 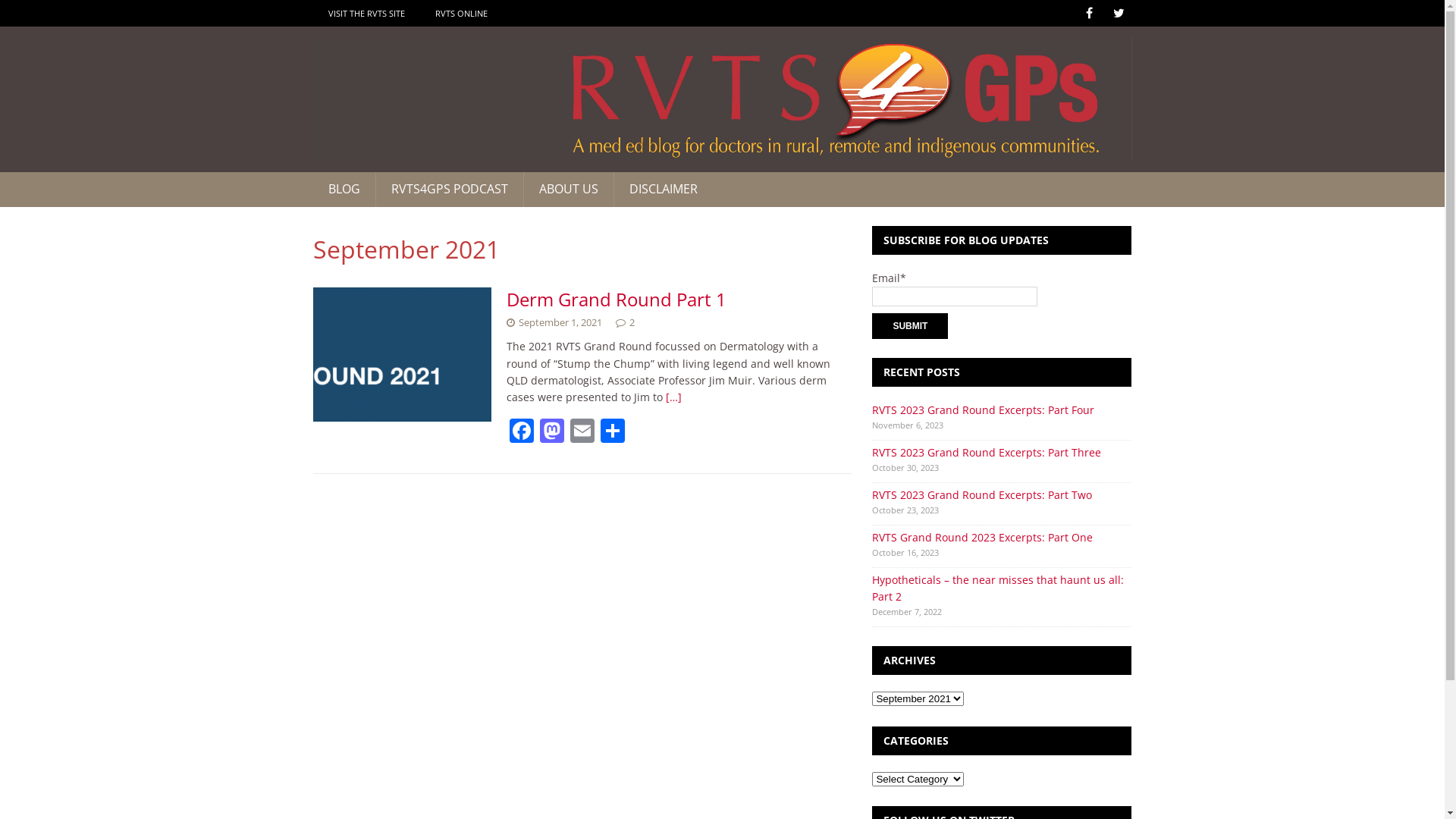 What do you see at coordinates (612, 432) in the screenshot?
I see `'Share'` at bounding box center [612, 432].